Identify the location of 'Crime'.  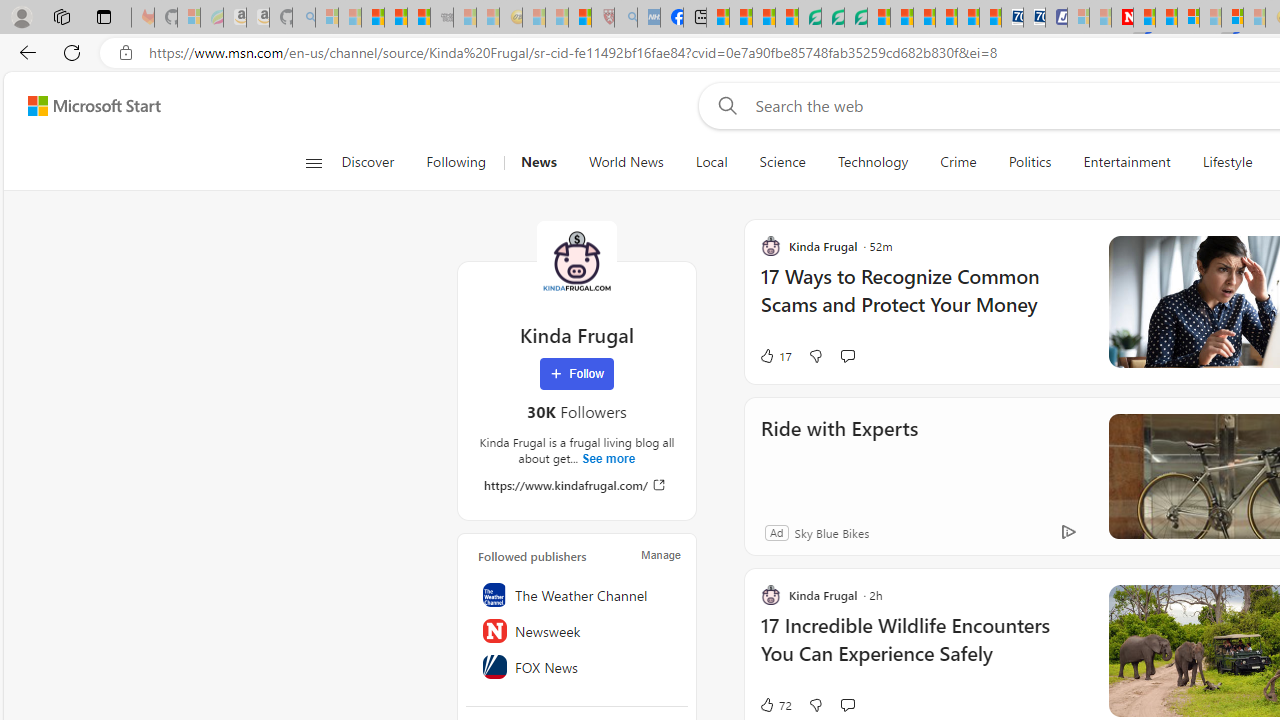
(957, 162).